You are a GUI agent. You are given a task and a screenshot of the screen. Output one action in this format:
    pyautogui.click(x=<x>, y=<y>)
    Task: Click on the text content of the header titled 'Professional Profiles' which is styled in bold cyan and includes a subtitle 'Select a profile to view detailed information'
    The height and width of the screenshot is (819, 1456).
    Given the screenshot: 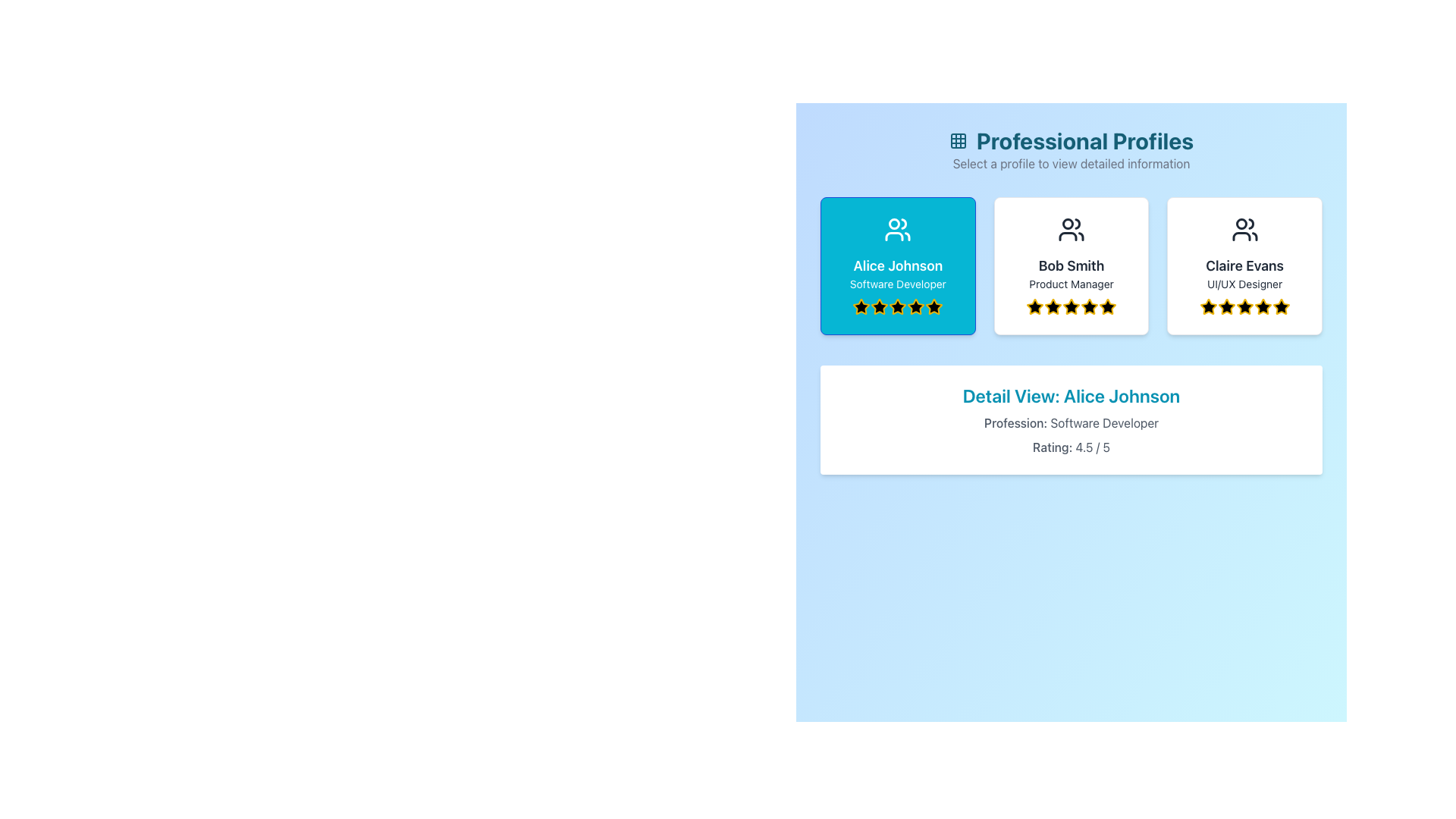 What is the action you would take?
    pyautogui.click(x=1070, y=149)
    